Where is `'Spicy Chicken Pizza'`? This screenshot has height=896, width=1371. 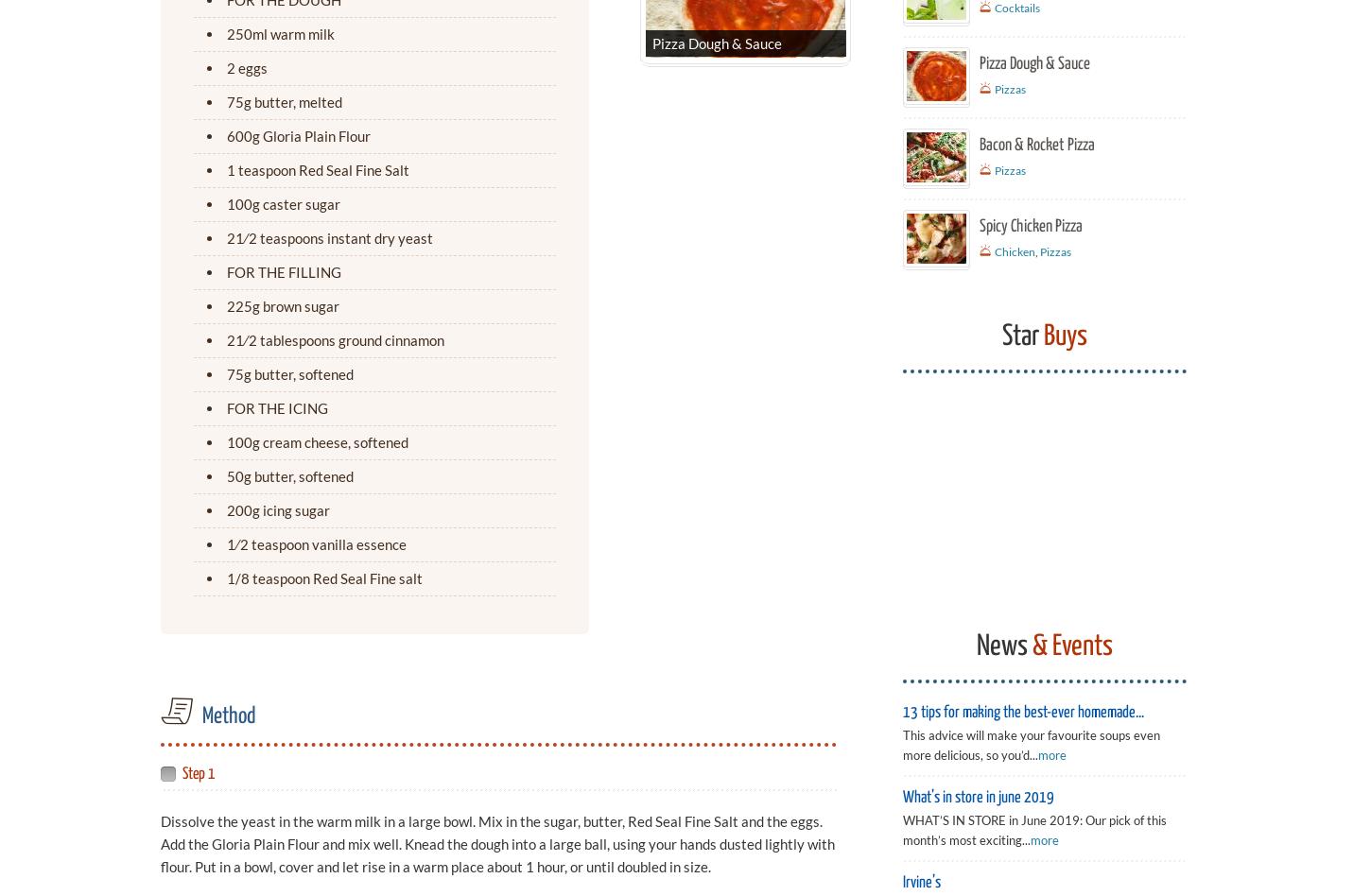 'Spicy Chicken Pizza' is located at coordinates (1030, 225).